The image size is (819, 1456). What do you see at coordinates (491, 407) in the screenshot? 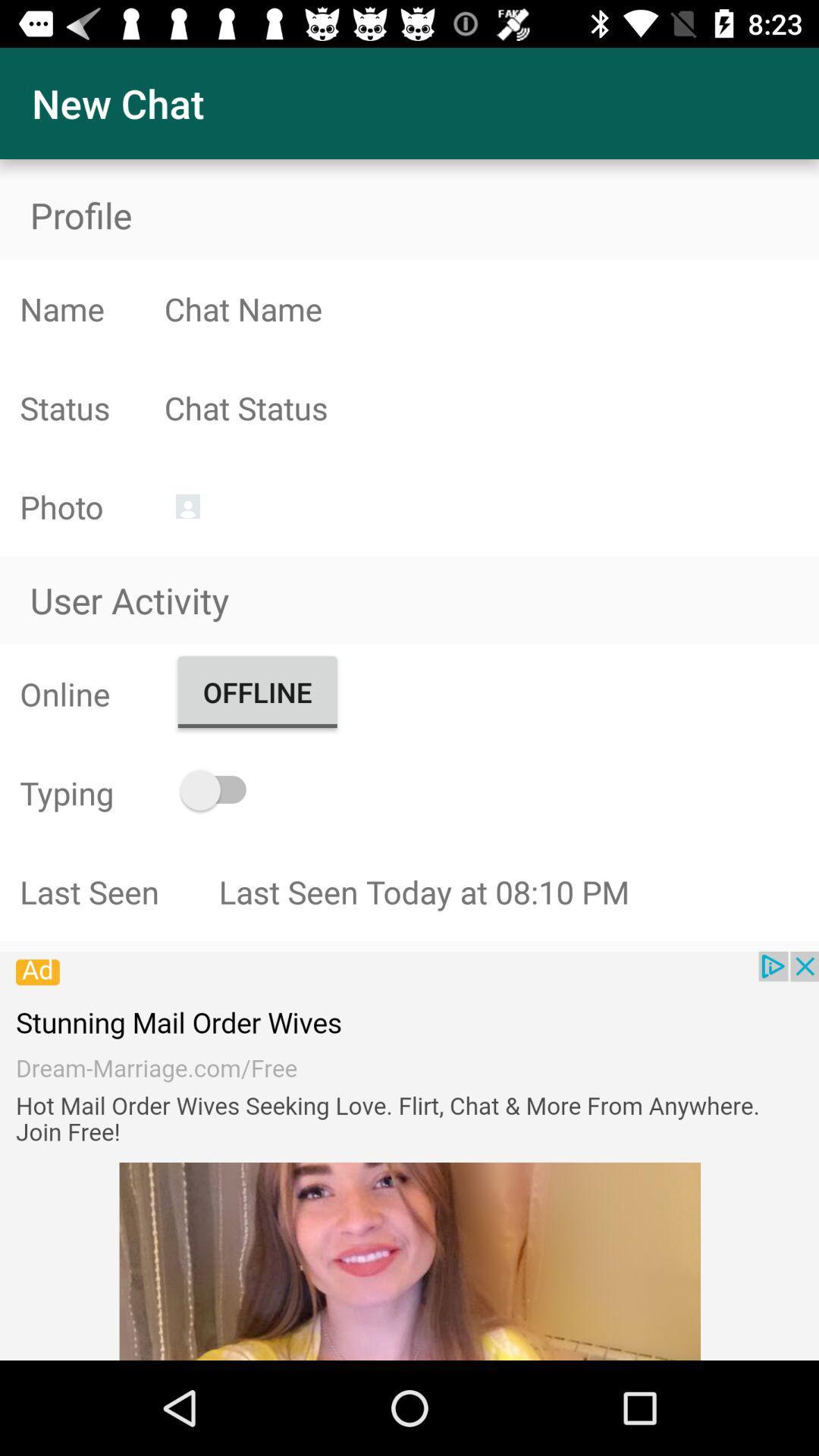
I see `the icons are correct range` at bounding box center [491, 407].